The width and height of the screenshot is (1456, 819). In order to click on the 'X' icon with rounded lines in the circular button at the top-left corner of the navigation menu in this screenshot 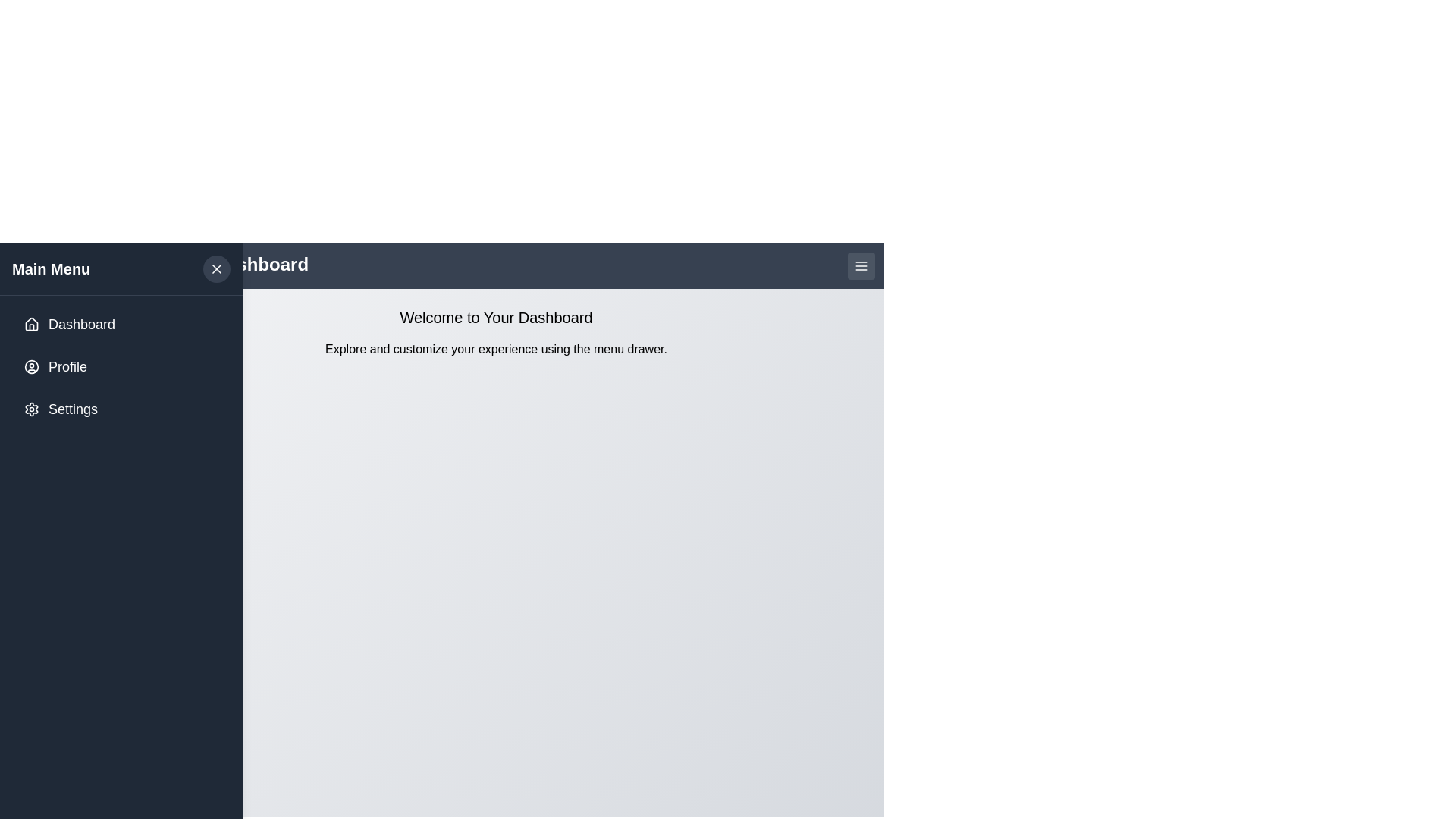, I will do `click(216, 268)`.